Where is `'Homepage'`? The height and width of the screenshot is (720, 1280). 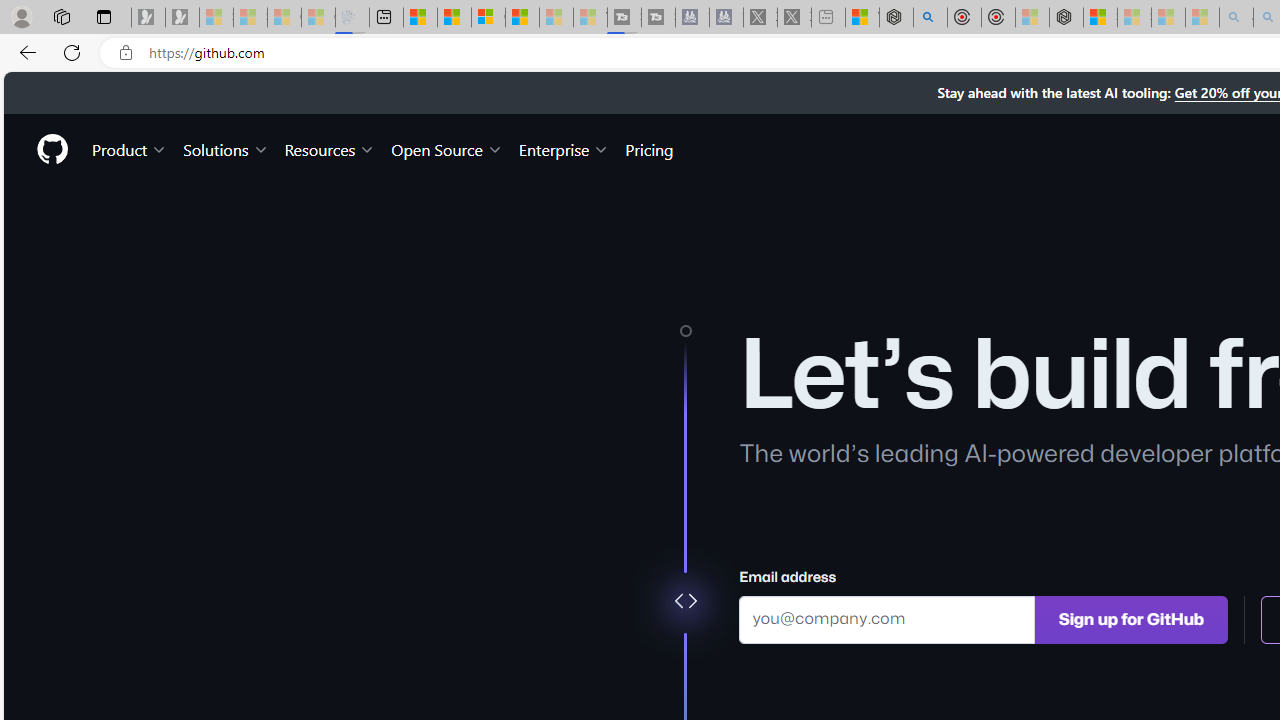
'Homepage' is located at coordinates (51, 148).